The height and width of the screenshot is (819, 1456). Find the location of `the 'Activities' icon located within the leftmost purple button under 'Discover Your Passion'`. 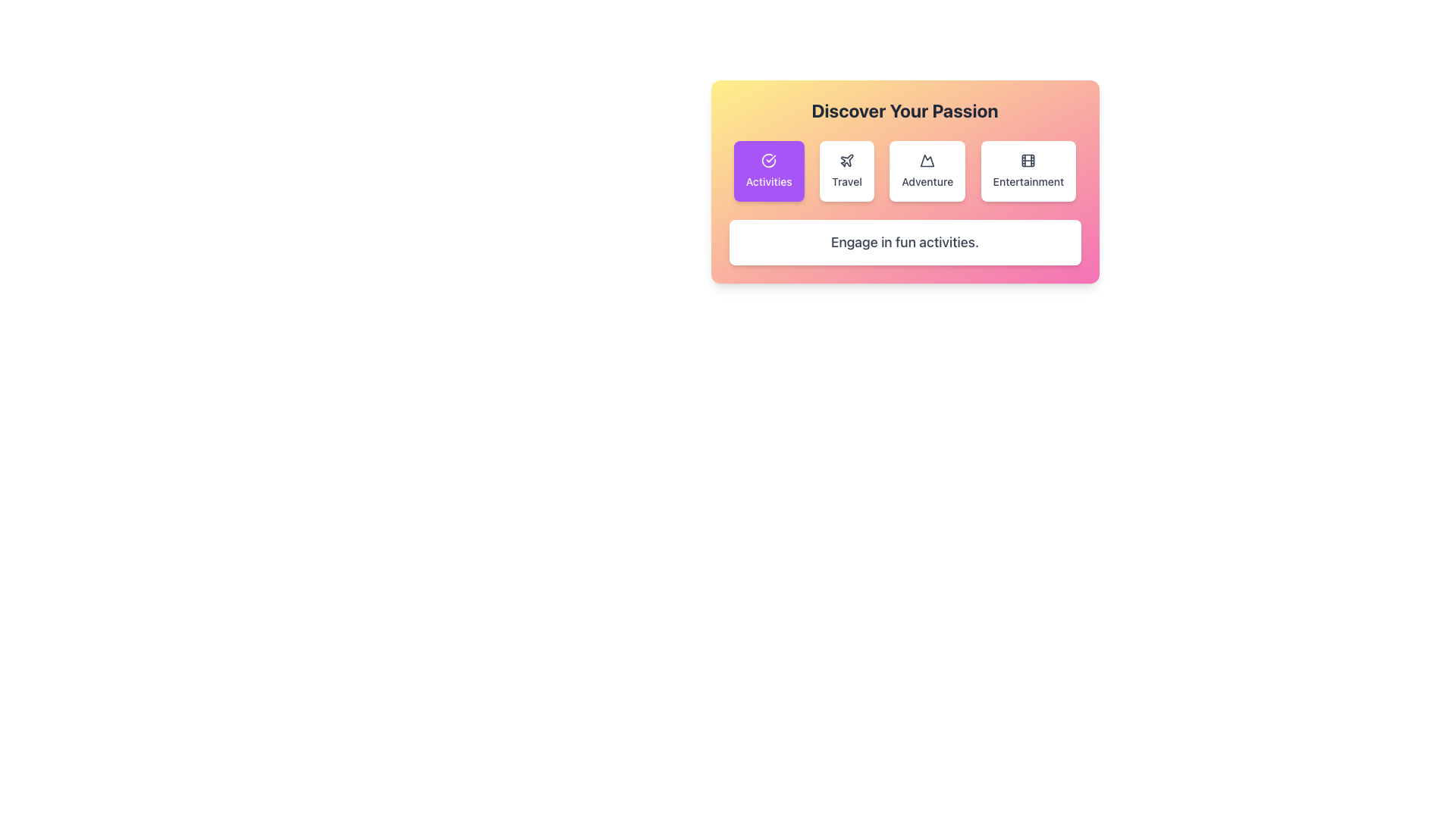

the 'Activities' icon located within the leftmost purple button under 'Discover Your Passion' is located at coordinates (769, 161).